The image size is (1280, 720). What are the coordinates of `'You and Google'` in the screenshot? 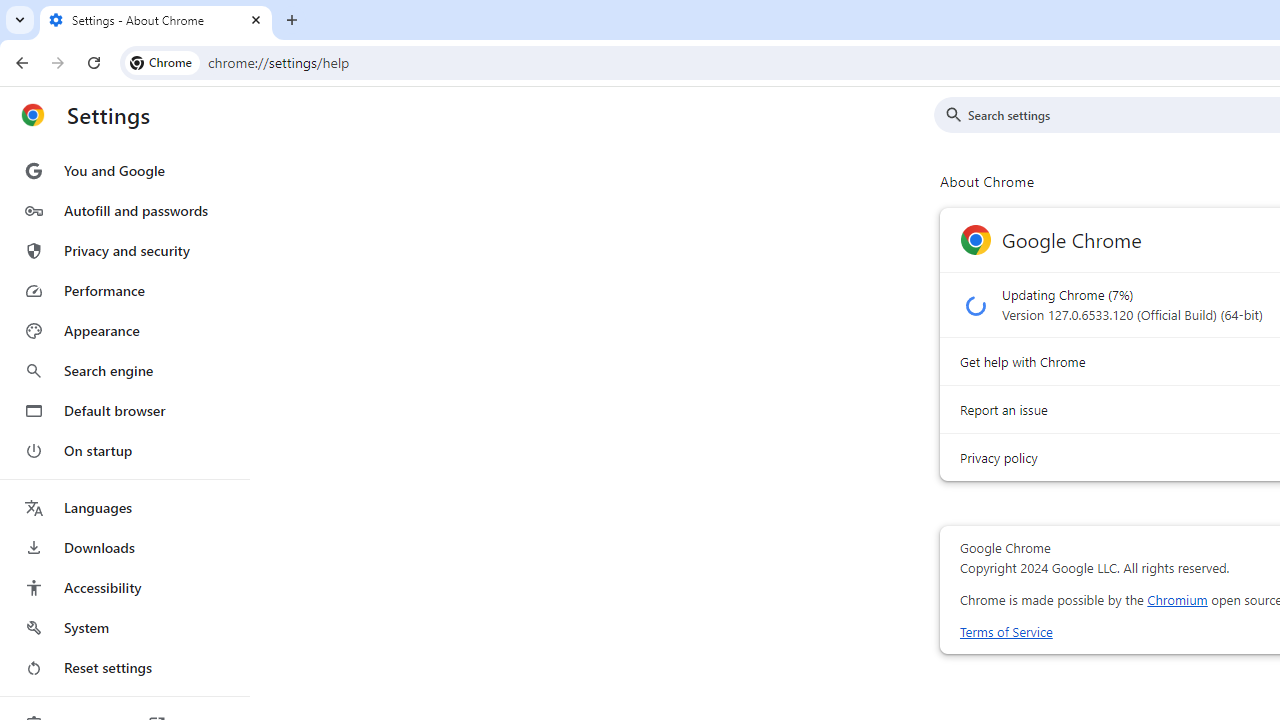 It's located at (123, 170).